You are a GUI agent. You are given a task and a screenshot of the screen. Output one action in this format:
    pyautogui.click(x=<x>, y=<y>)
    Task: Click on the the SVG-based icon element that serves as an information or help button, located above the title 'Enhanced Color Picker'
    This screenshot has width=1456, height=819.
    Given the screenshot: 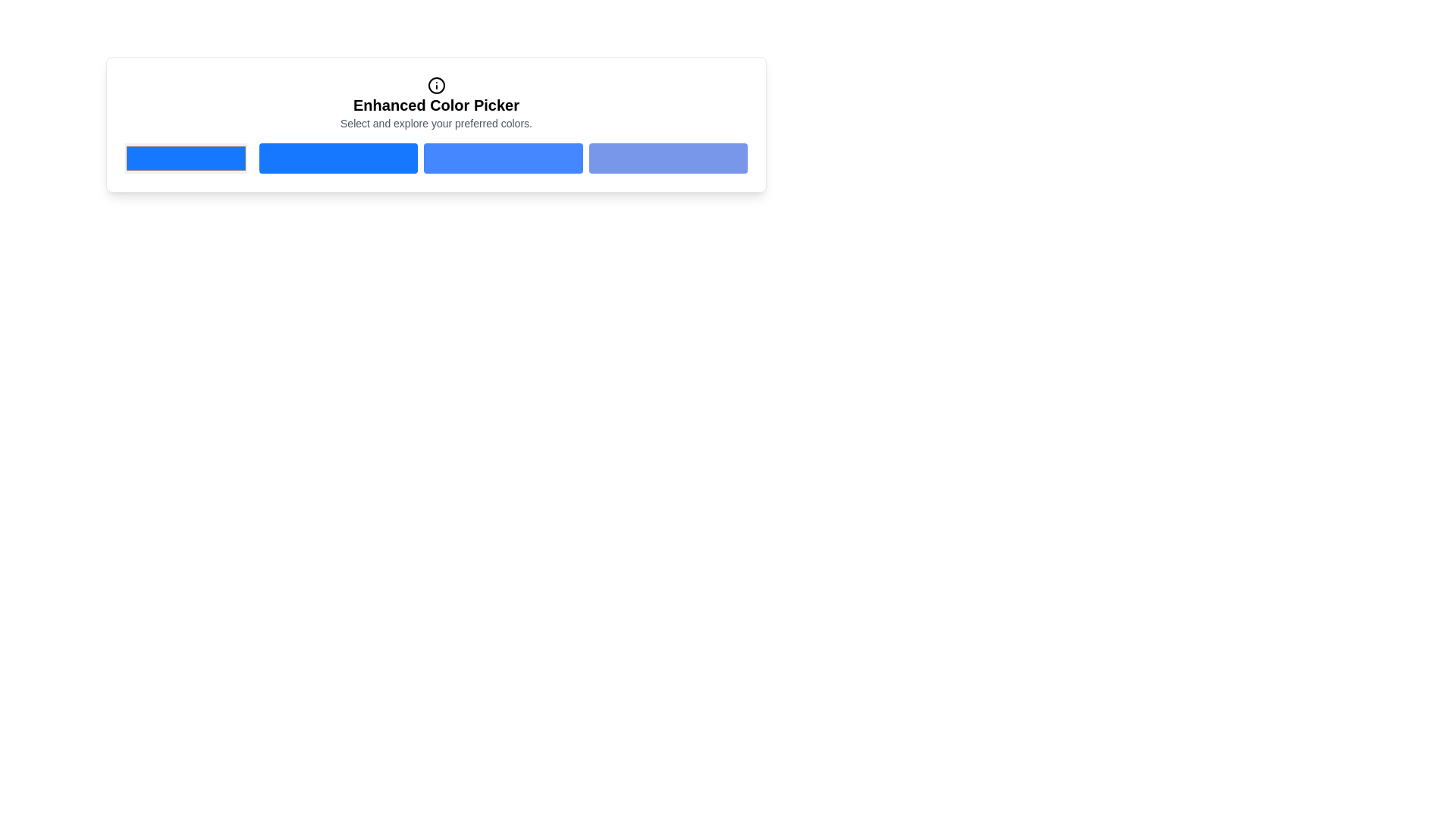 What is the action you would take?
    pyautogui.click(x=435, y=85)
    